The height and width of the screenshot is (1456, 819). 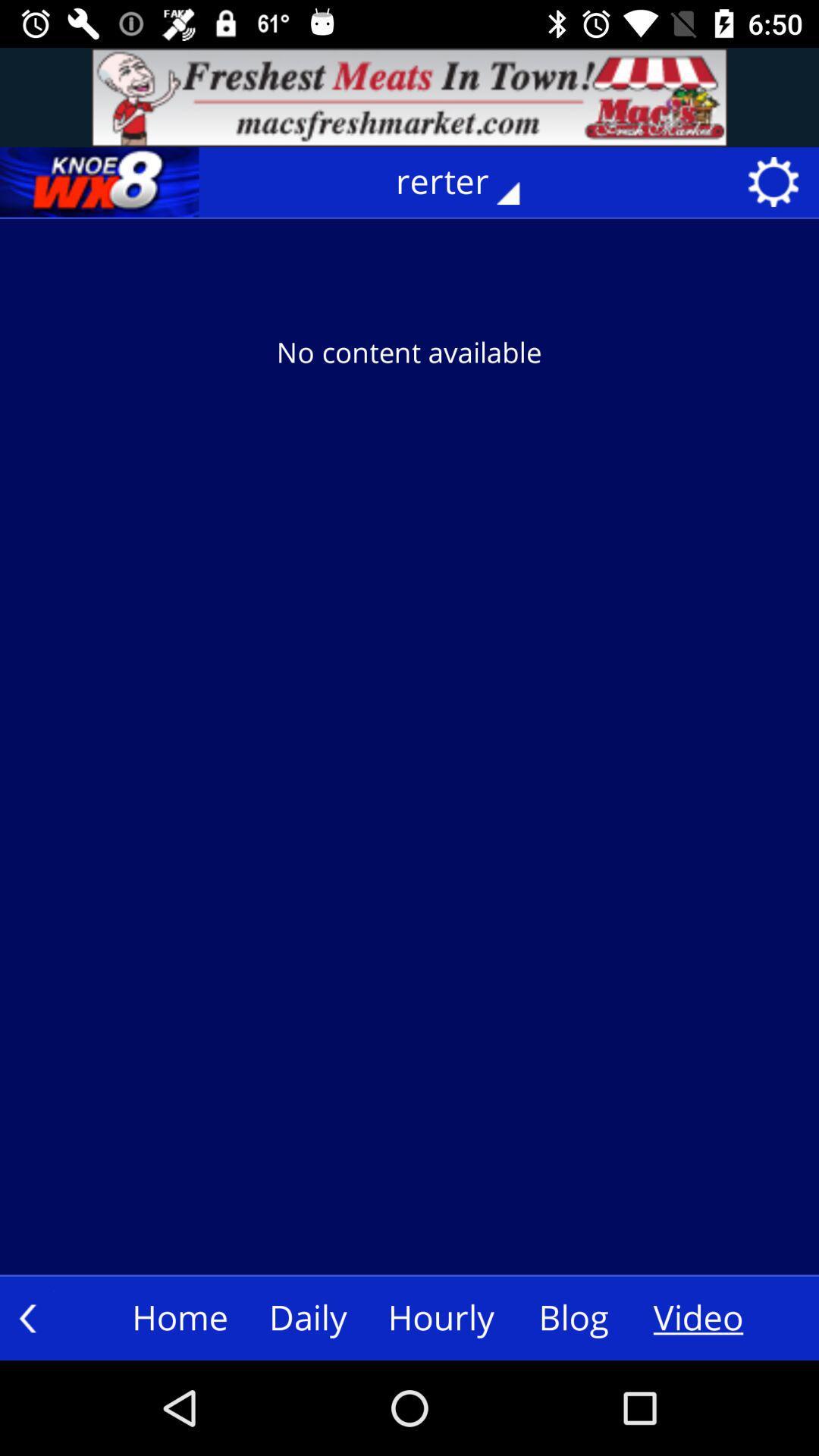 I want to click on the arrow_backward icon, so click(x=27, y=1317).